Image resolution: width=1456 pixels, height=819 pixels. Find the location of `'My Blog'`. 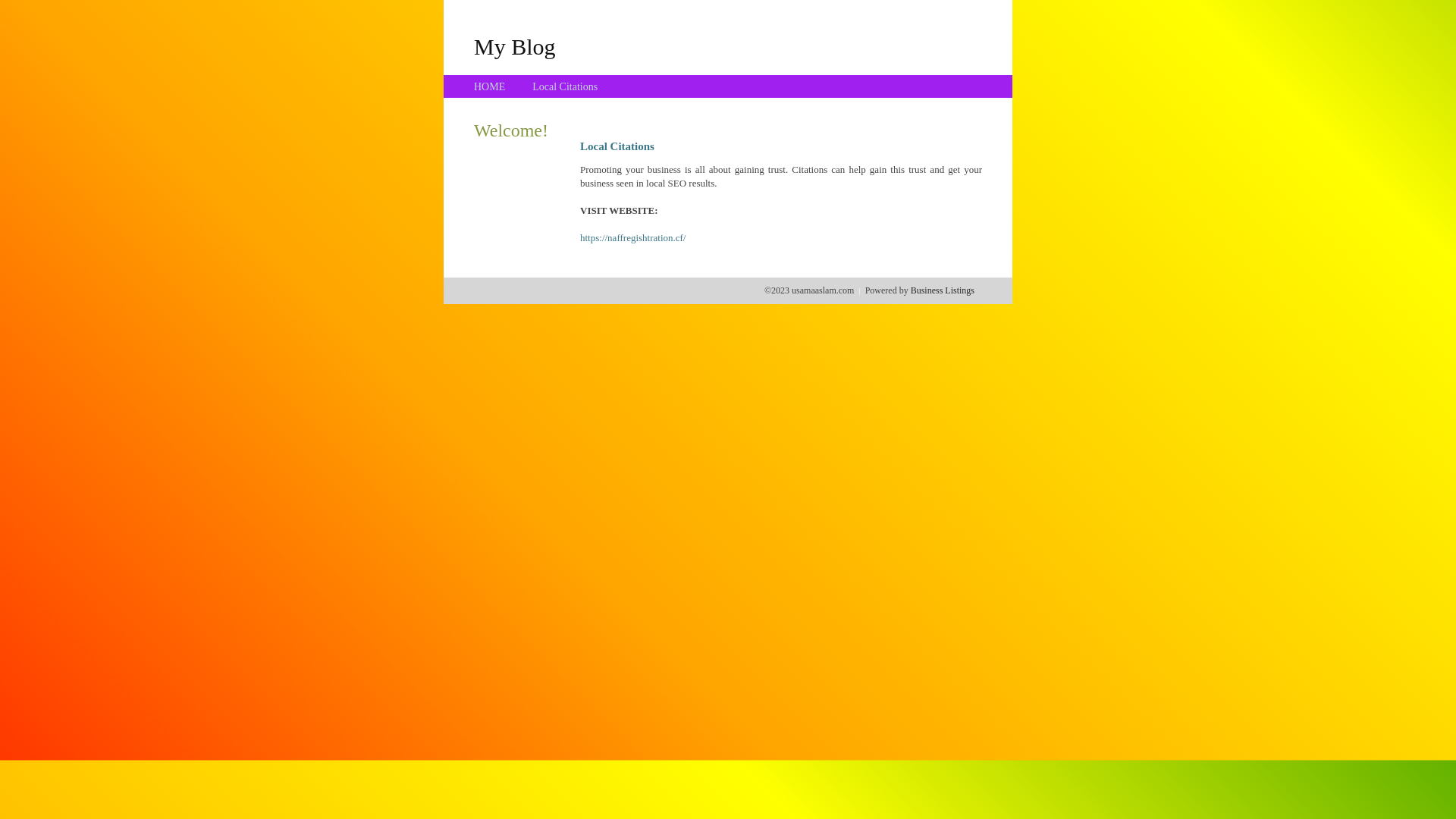

'My Blog' is located at coordinates (472, 45).